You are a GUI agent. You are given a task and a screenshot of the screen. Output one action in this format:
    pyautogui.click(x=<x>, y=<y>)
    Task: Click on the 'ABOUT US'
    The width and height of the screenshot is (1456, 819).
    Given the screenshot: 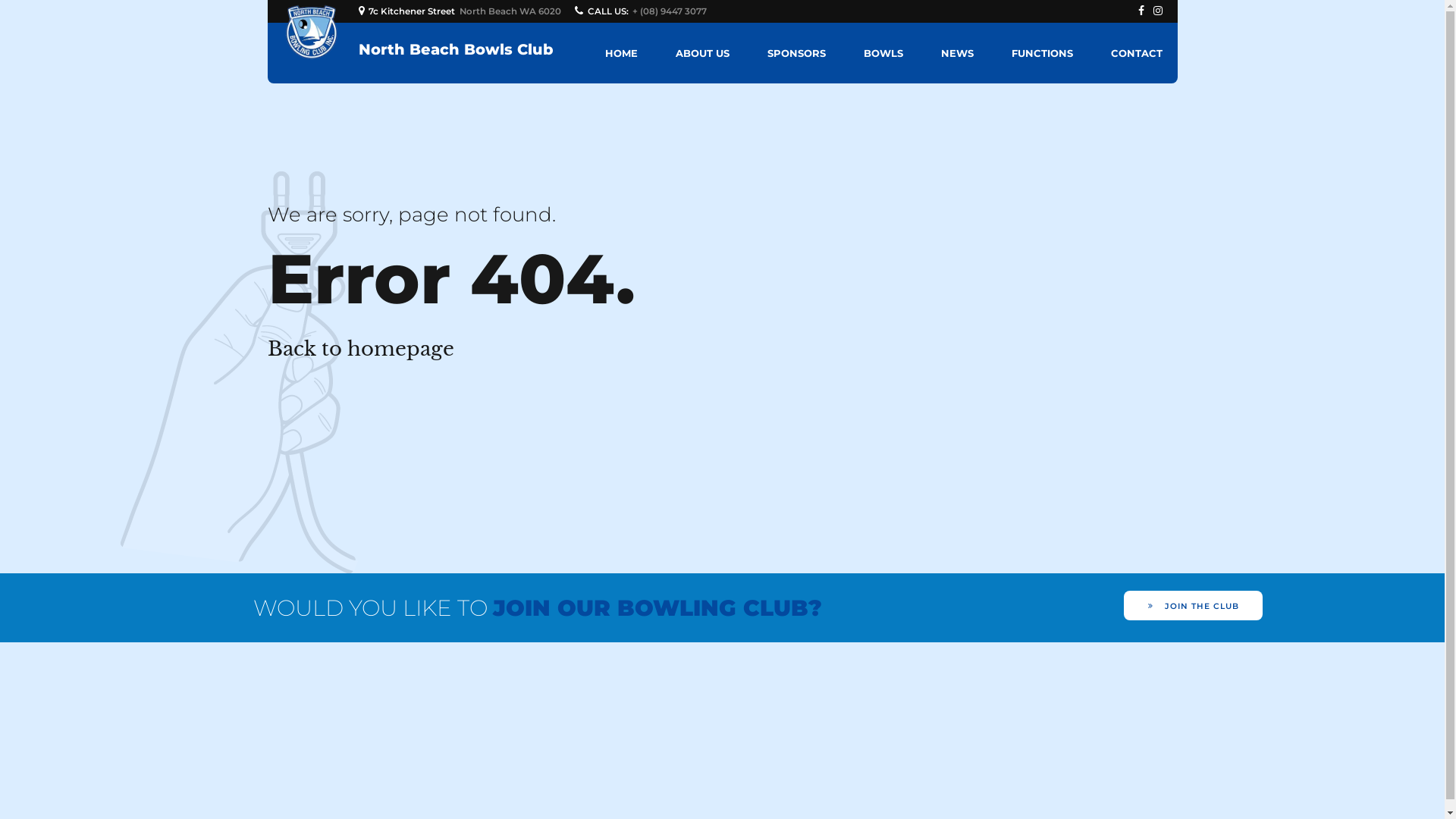 What is the action you would take?
    pyautogui.click(x=673, y=52)
    